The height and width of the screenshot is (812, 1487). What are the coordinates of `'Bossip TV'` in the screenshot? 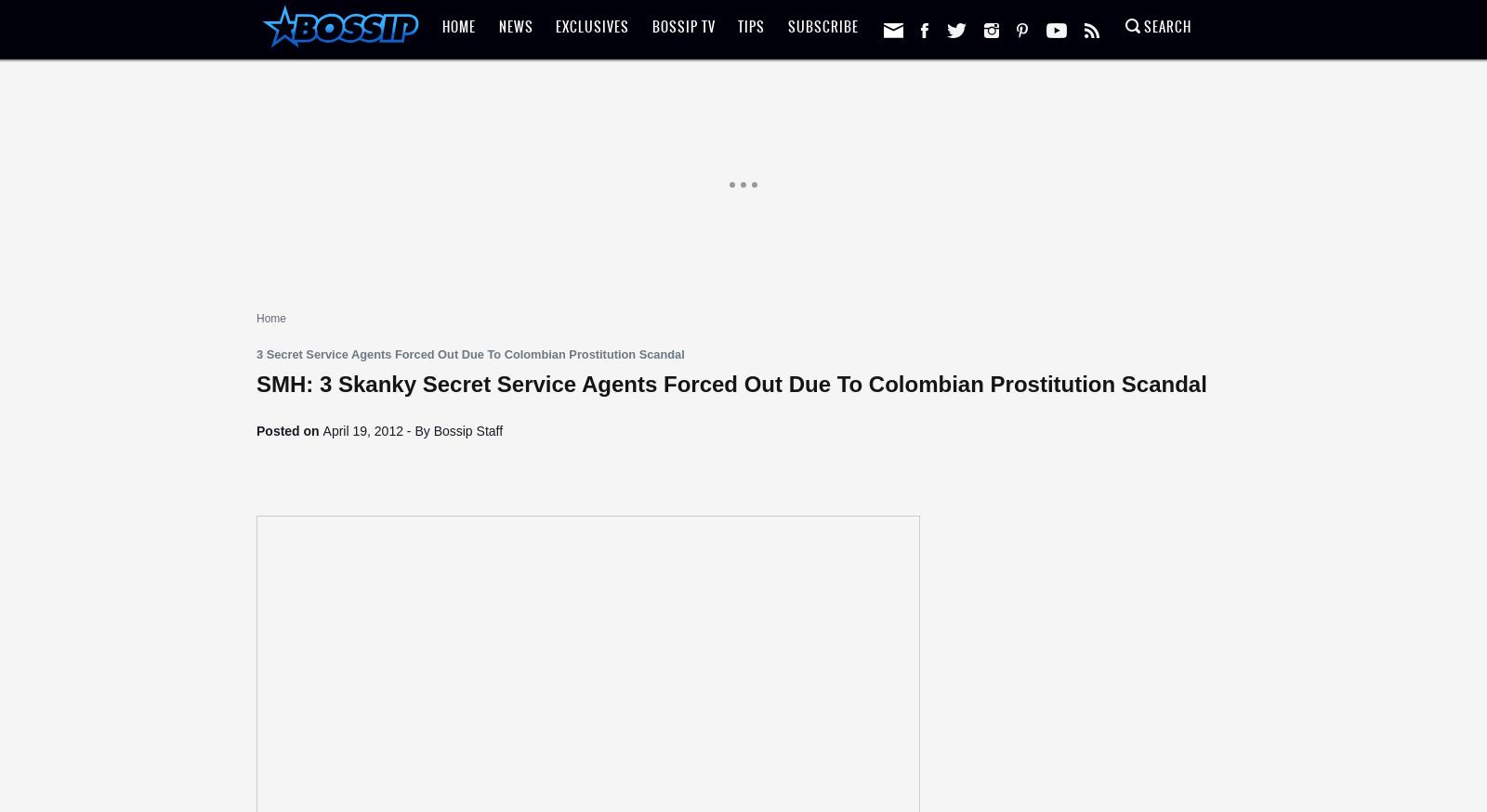 It's located at (651, 26).